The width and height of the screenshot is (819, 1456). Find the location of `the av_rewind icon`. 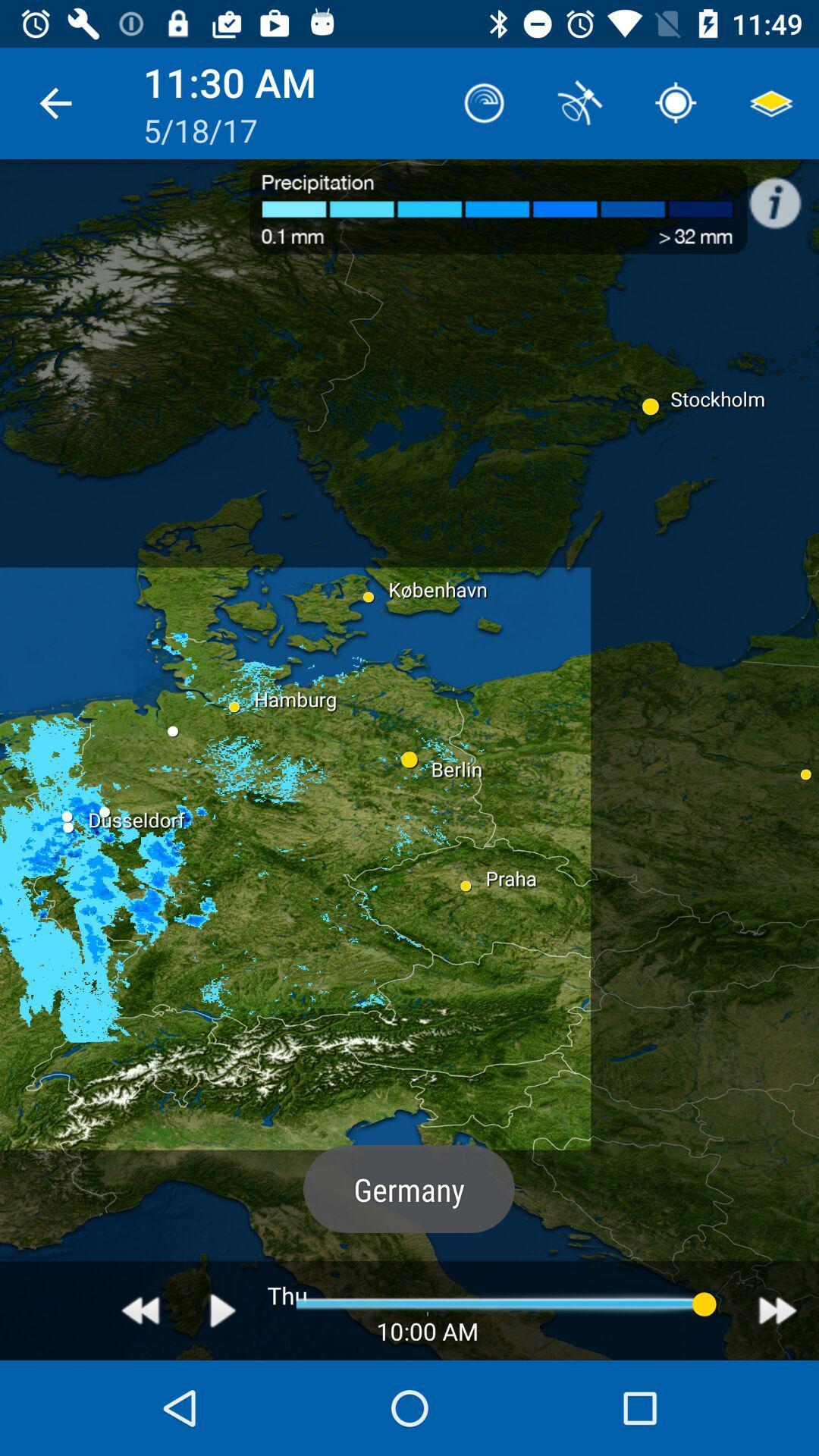

the av_rewind icon is located at coordinates (140, 1310).